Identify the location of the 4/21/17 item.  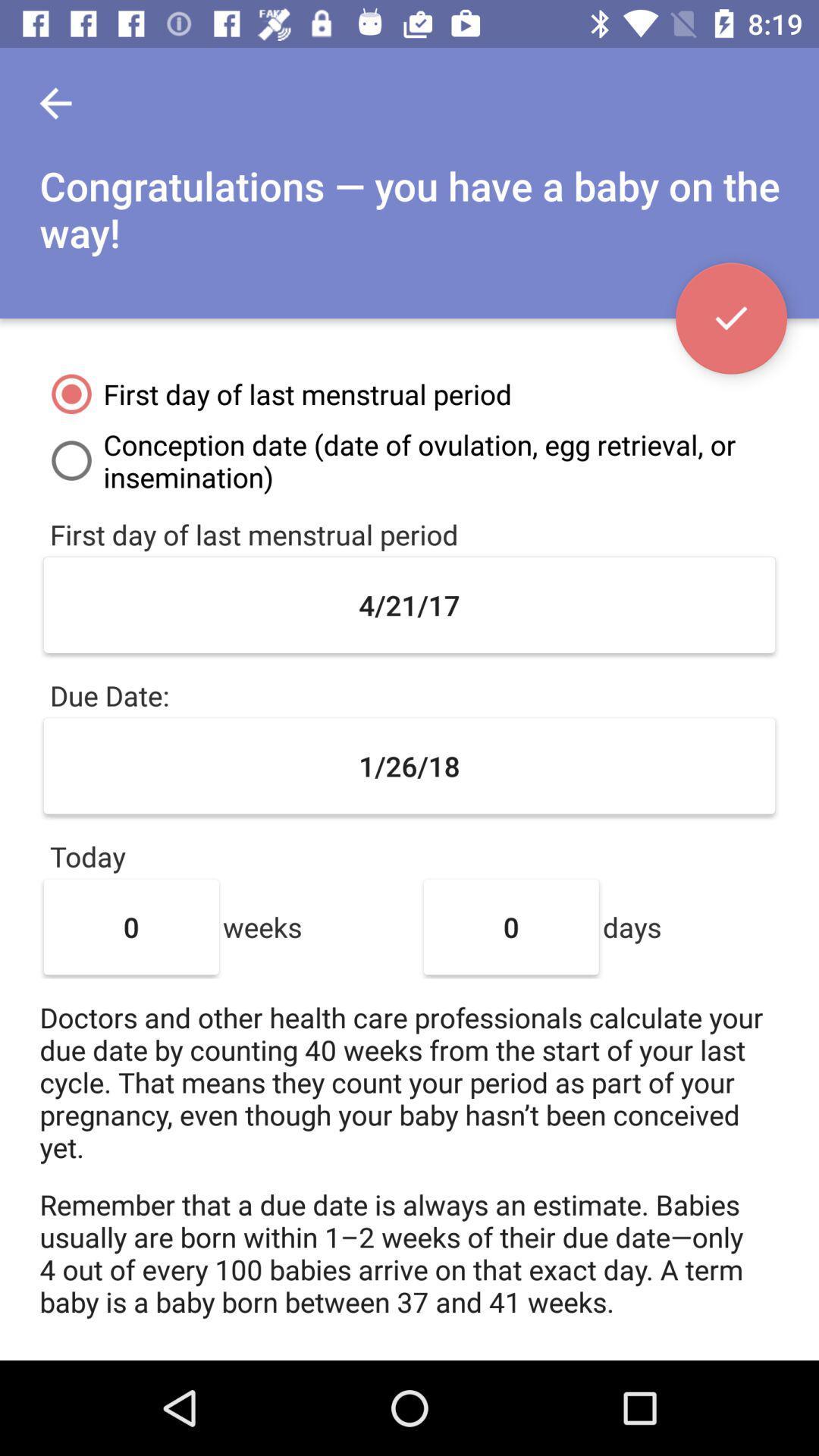
(409, 604).